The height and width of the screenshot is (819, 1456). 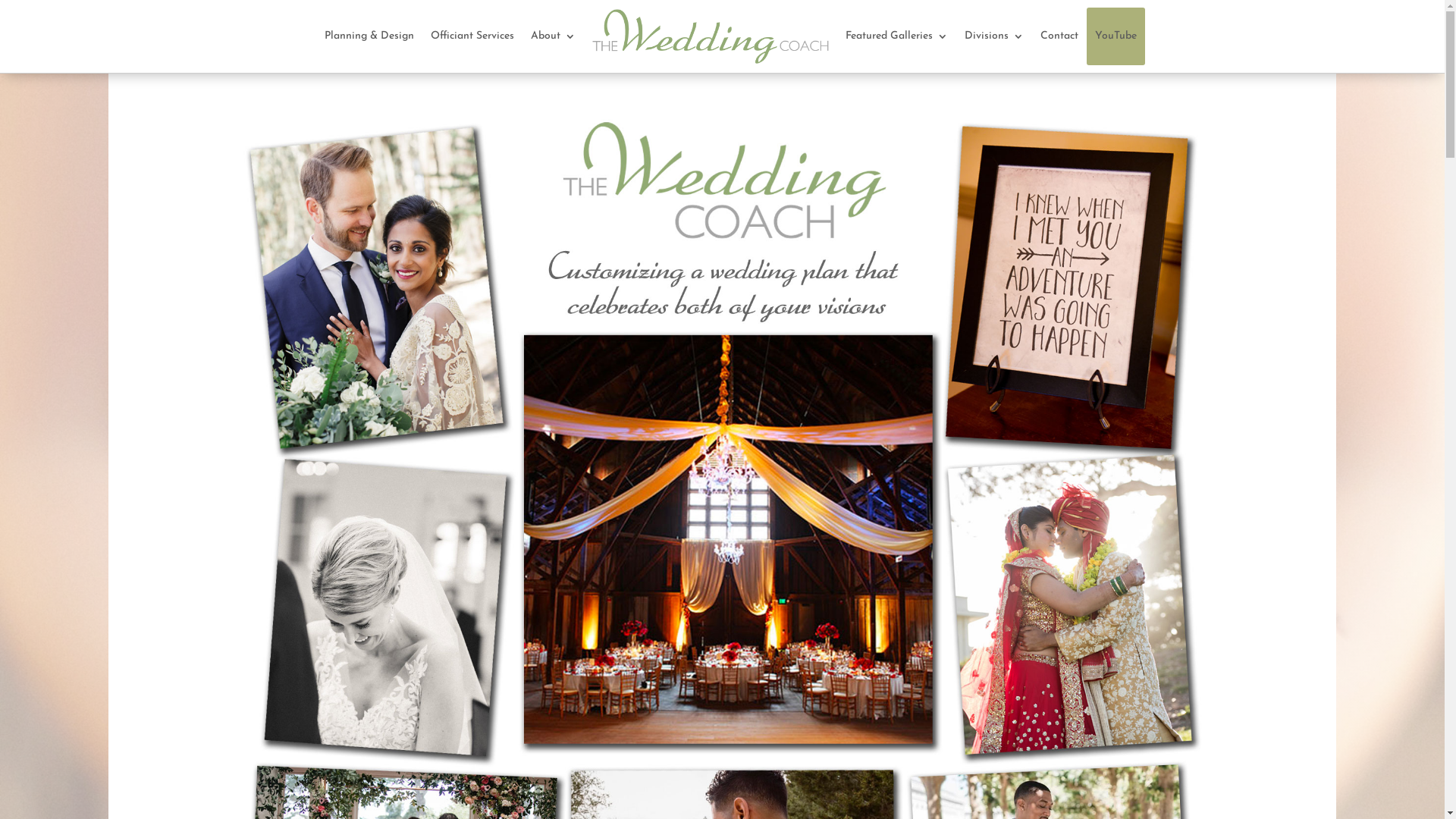 I want to click on 'Featured Galleries', so click(x=844, y=35).